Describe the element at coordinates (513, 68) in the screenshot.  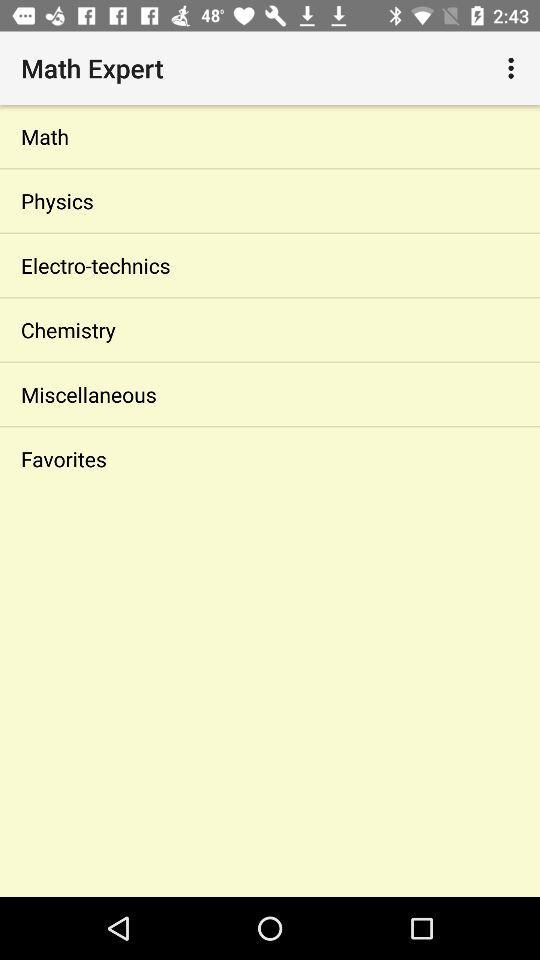
I see `the app to the right of the math expert` at that location.